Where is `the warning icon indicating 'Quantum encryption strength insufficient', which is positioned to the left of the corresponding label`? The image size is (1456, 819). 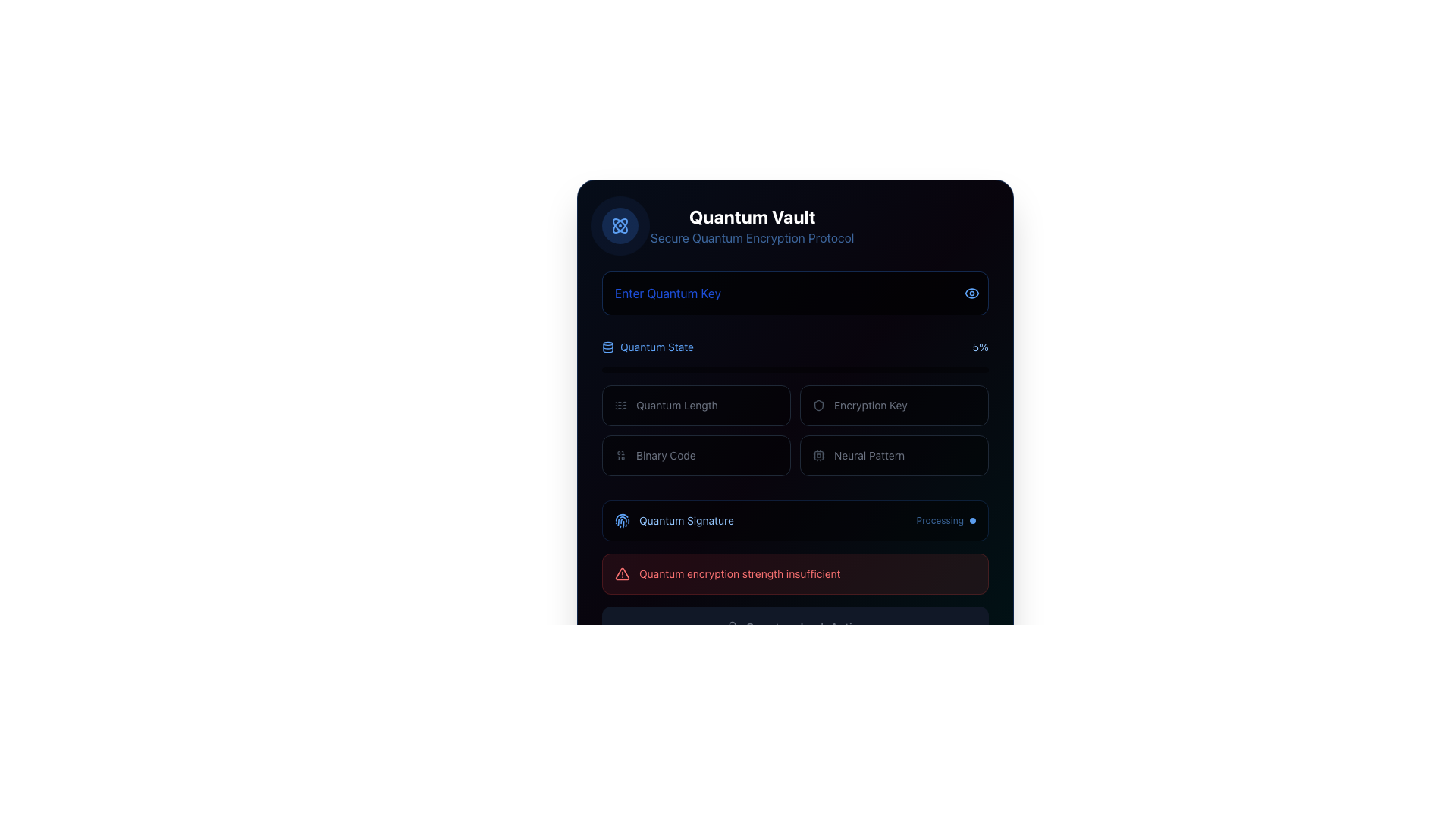 the warning icon indicating 'Quantum encryption strength insufficient', which is positioned to the left of the corresponding label is located at coordinates (622, 573).